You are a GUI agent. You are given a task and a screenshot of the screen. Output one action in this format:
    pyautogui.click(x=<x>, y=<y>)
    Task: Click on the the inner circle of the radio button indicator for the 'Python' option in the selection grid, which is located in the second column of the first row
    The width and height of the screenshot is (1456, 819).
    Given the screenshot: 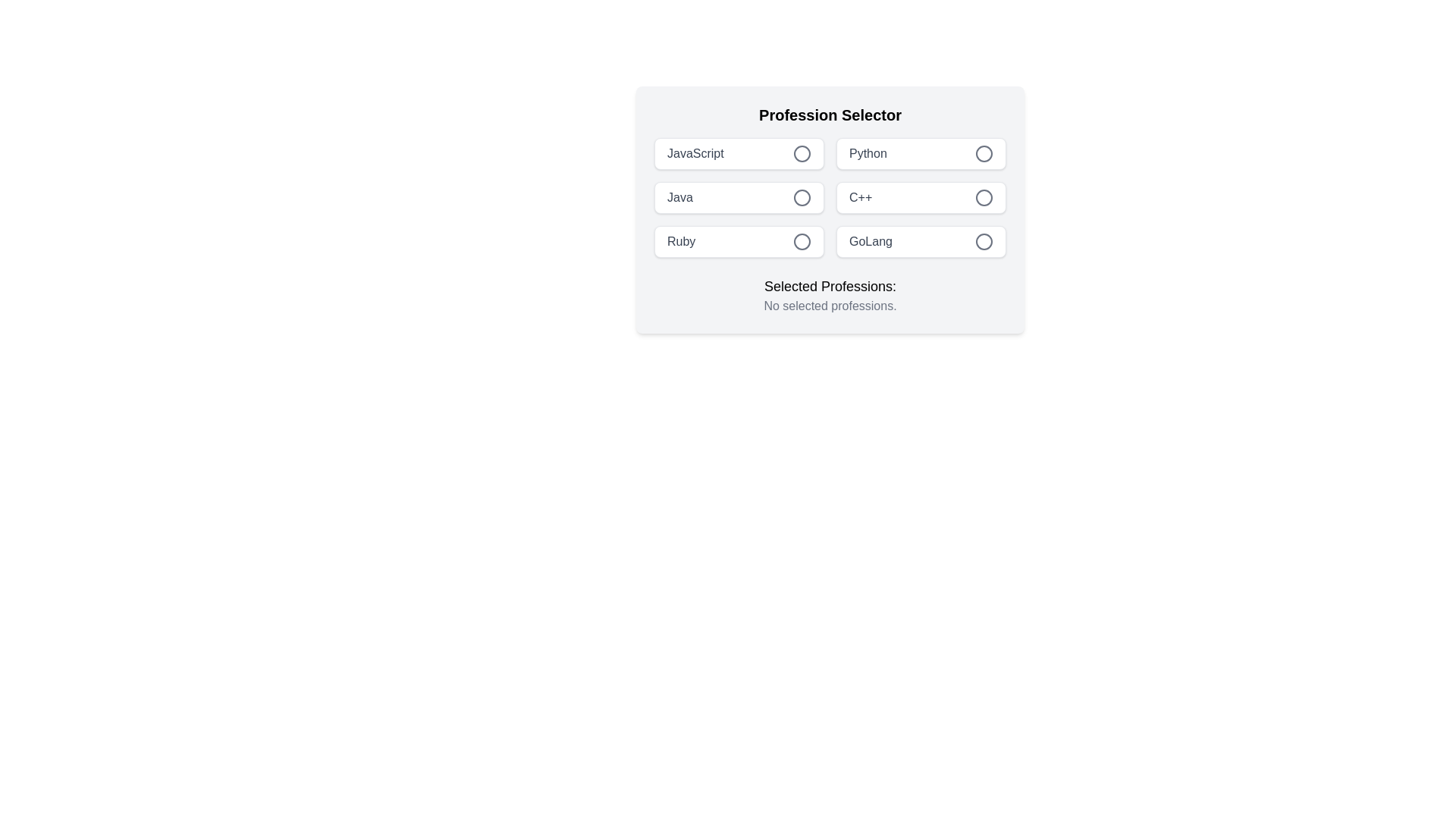 What is the action you would take?
    pyautogui.click(x=984, y=154)
    